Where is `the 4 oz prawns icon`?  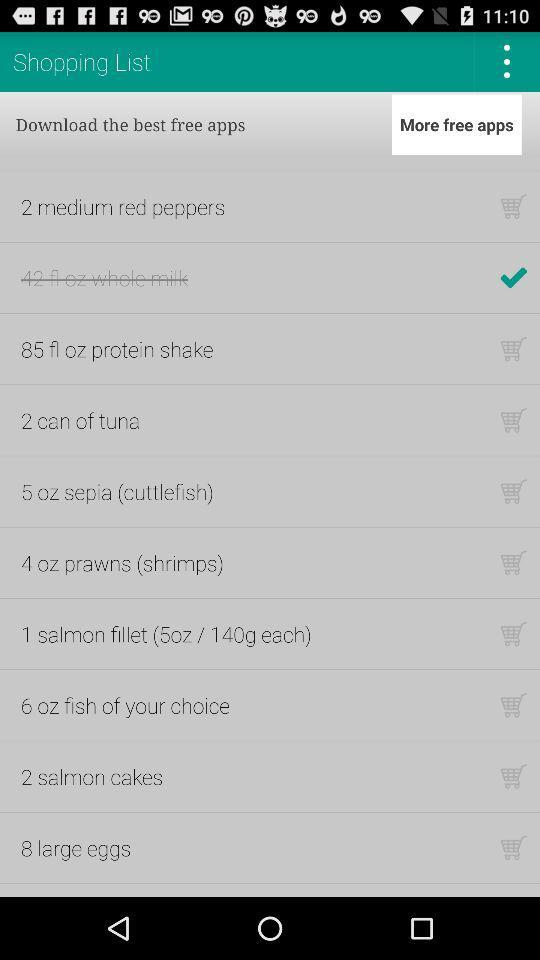 the 4 oz prawns icon is located at coordinates (122, 562).